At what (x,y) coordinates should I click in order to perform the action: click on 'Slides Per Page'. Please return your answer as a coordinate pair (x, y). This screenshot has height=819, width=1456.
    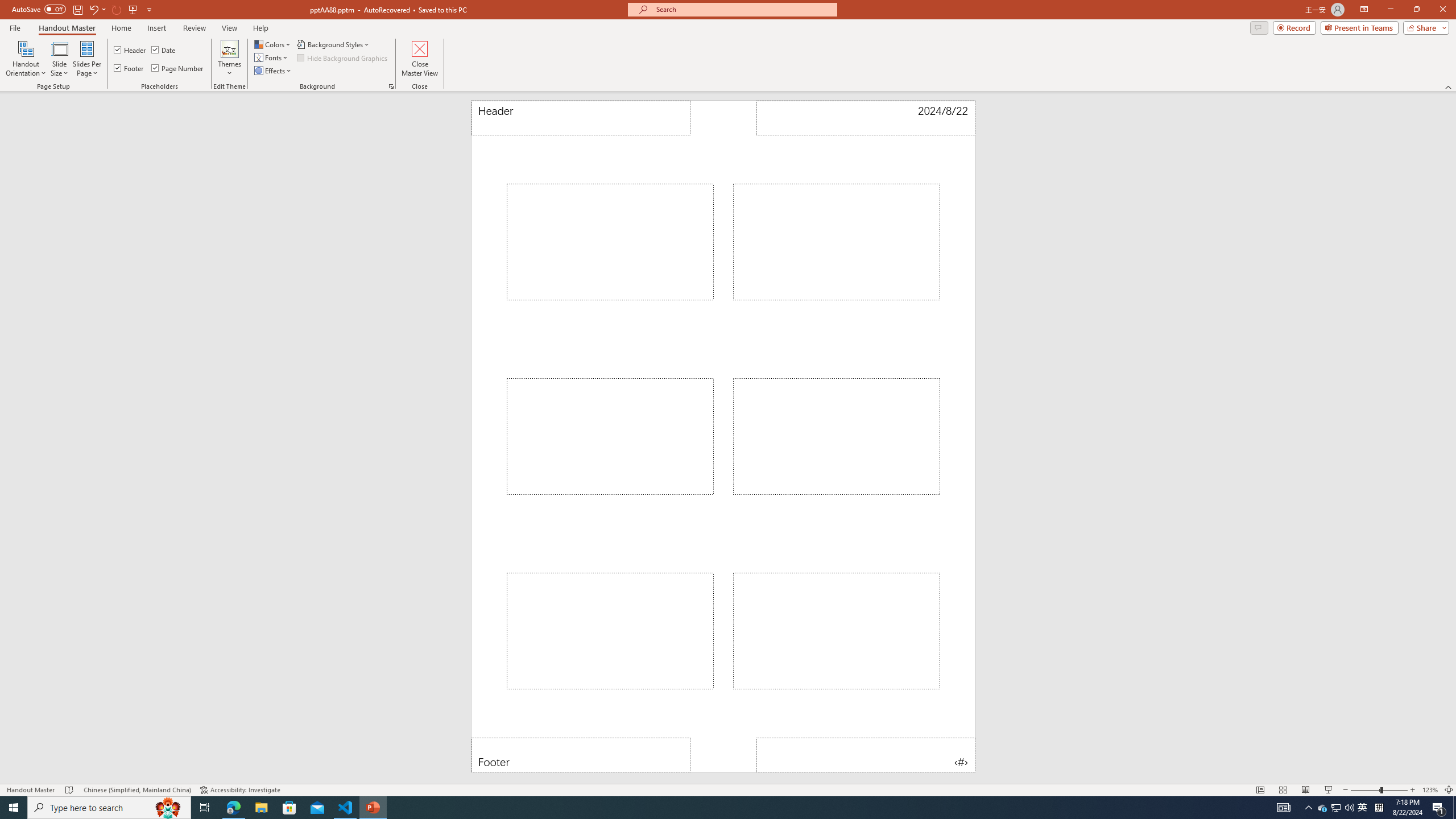
    Looking at the image, I should click on (86, 59).